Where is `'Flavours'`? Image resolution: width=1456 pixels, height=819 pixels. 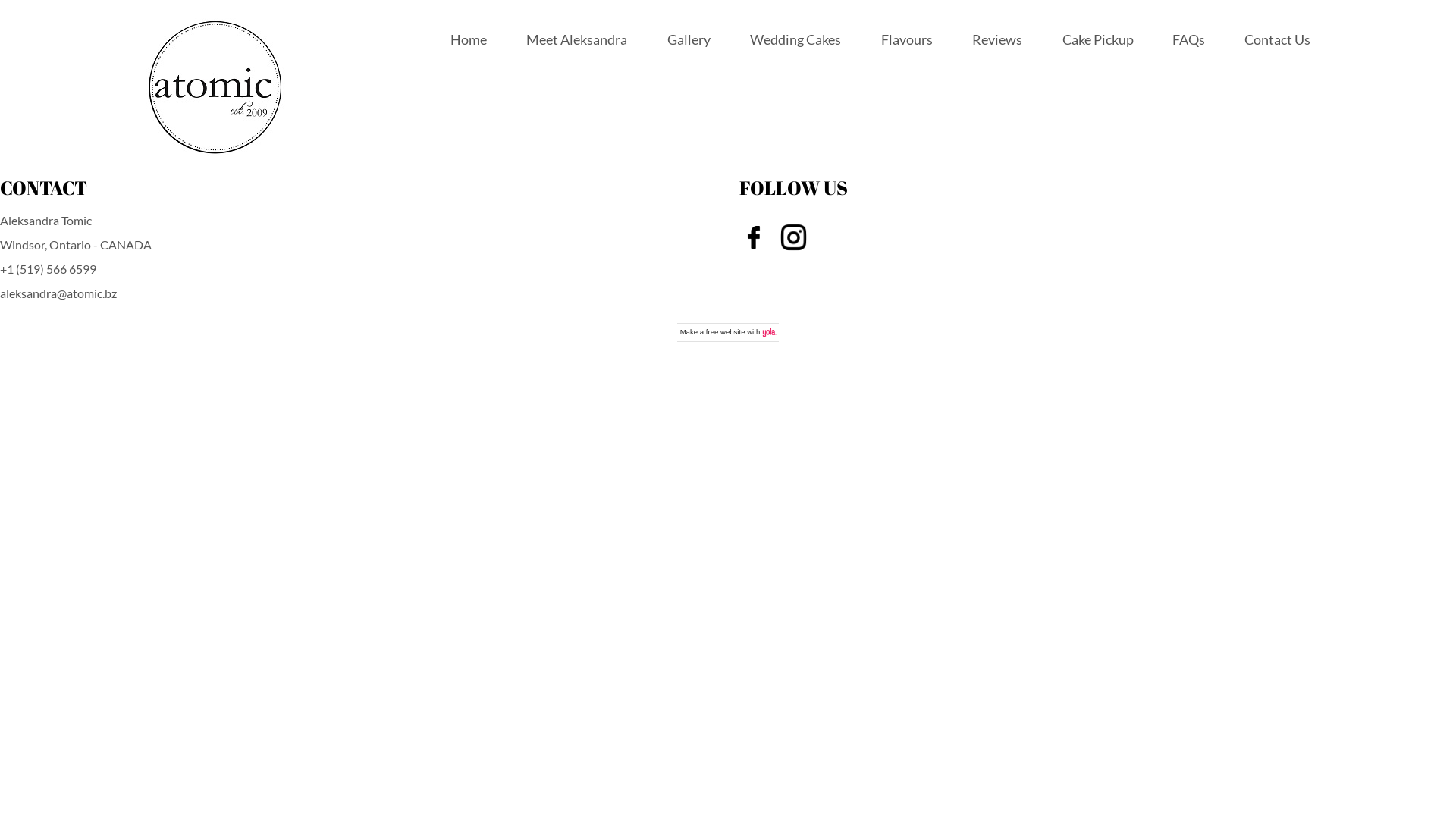
'Flavours' is located at coordinates (906, 39).